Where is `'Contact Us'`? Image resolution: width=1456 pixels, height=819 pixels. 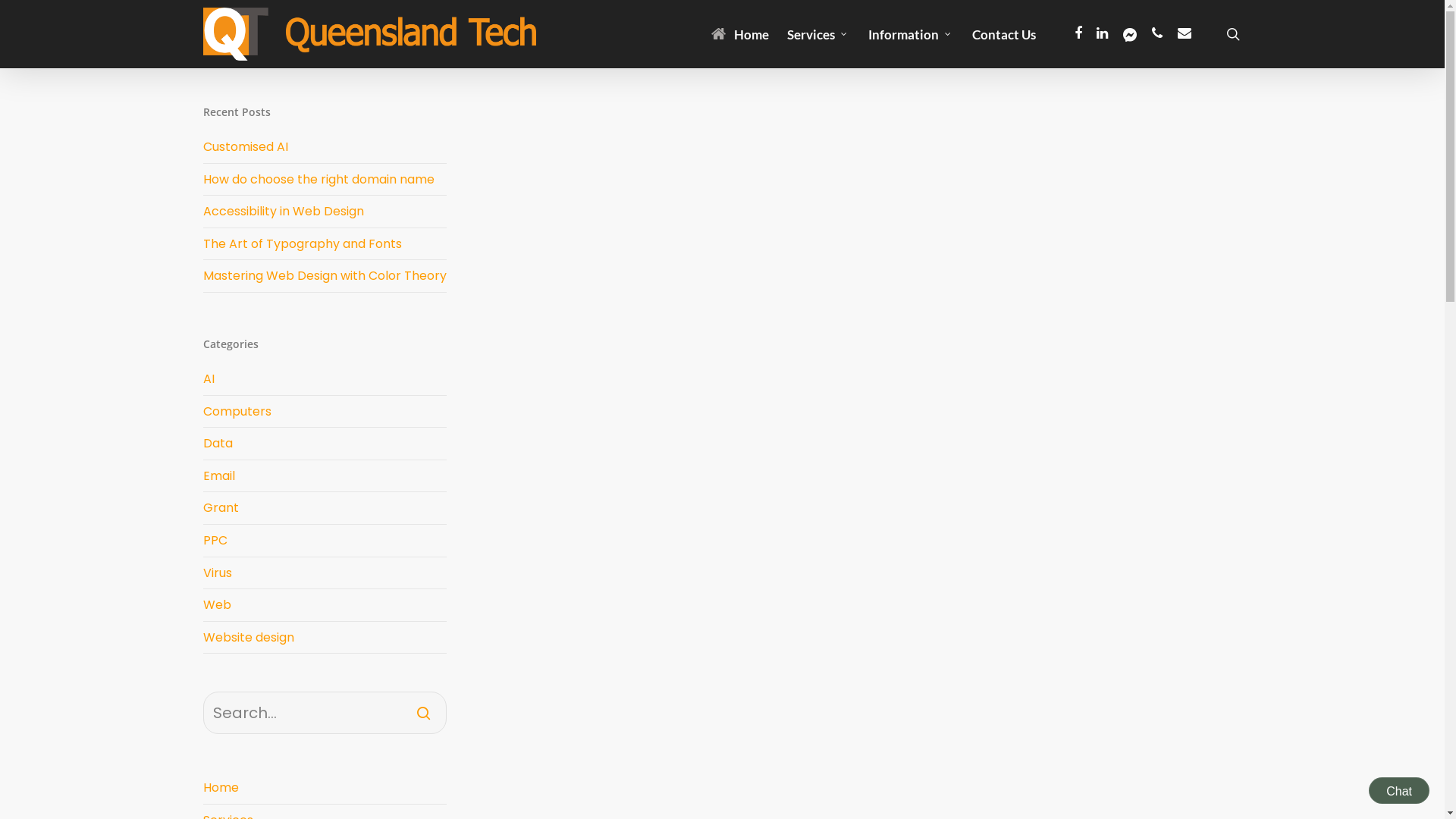 'Contact Us' is located at coordinates (1004, 33).